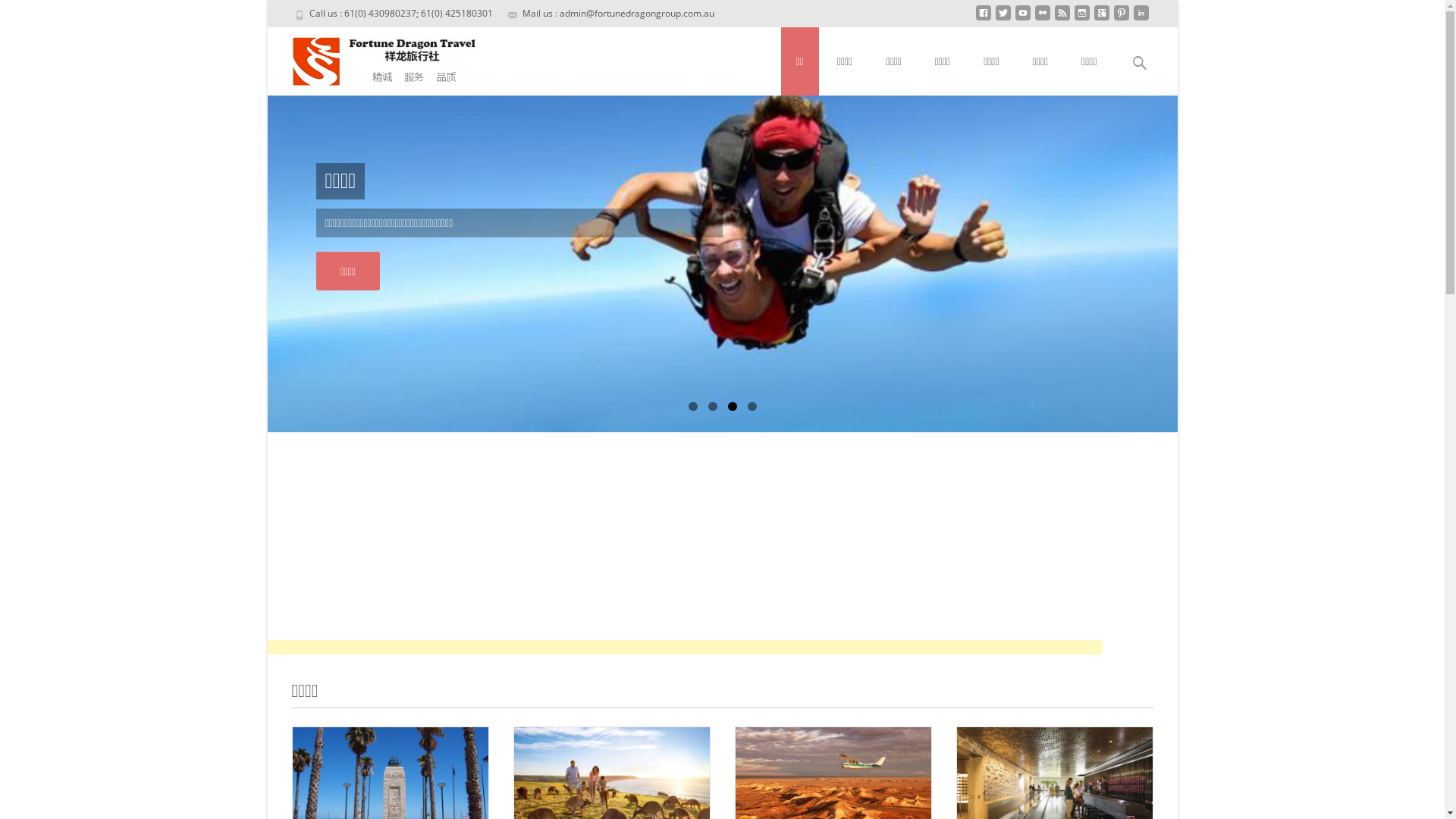  I want to click on 'pinterest', so click(1121, 18).